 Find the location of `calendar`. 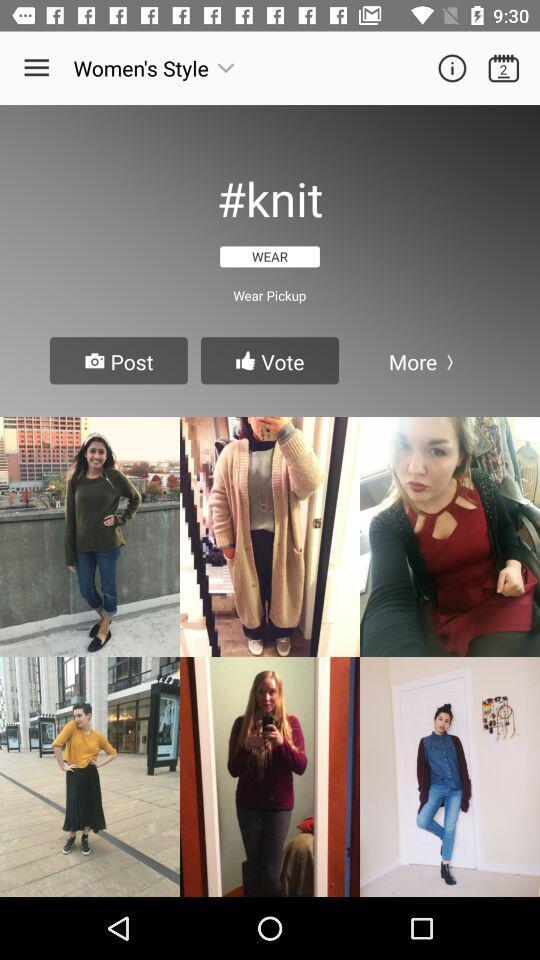

calendar is located at coordinates (502, 68).